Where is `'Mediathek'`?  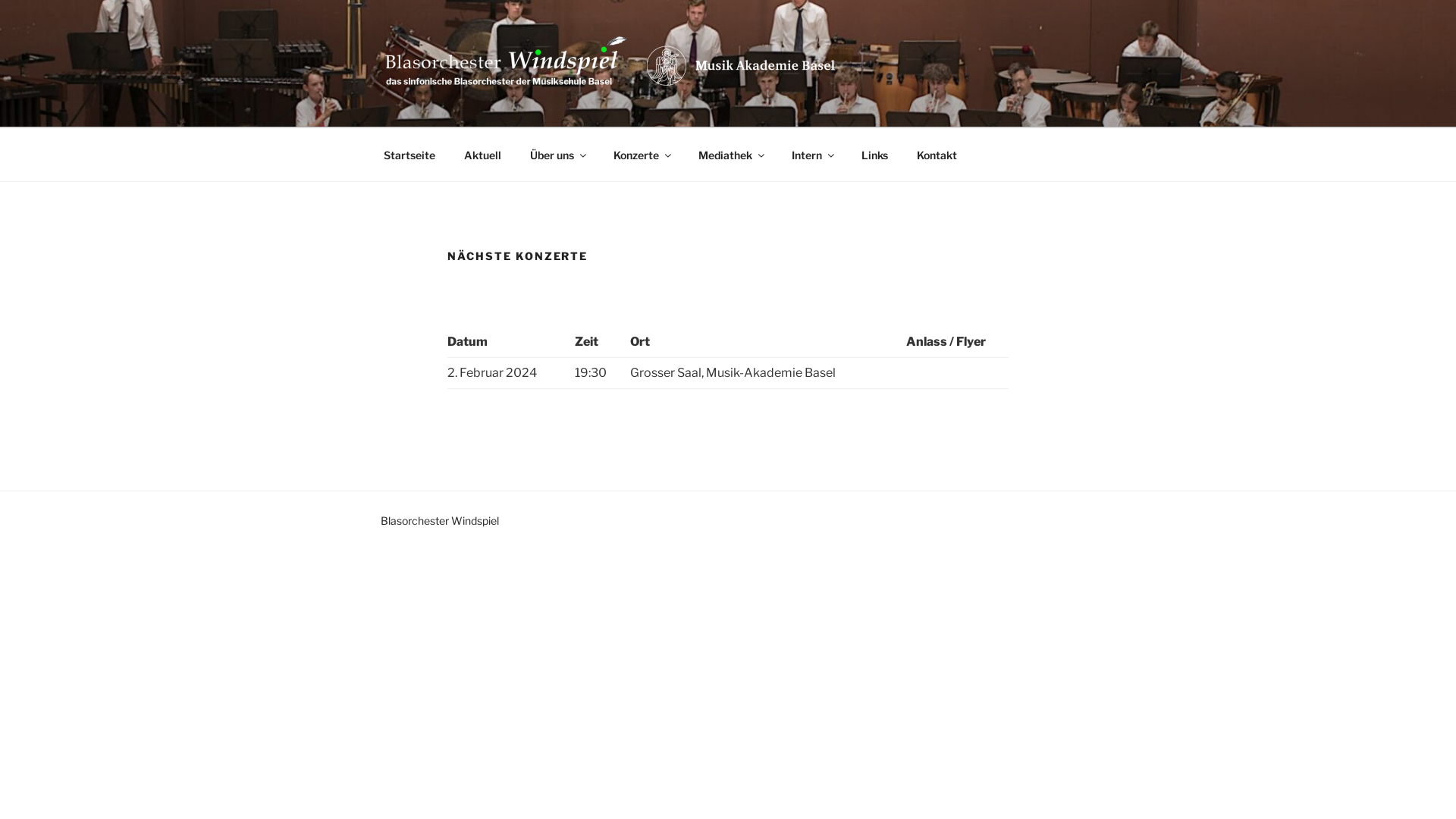
'Mediathek' is located at coordinates (730, 155).